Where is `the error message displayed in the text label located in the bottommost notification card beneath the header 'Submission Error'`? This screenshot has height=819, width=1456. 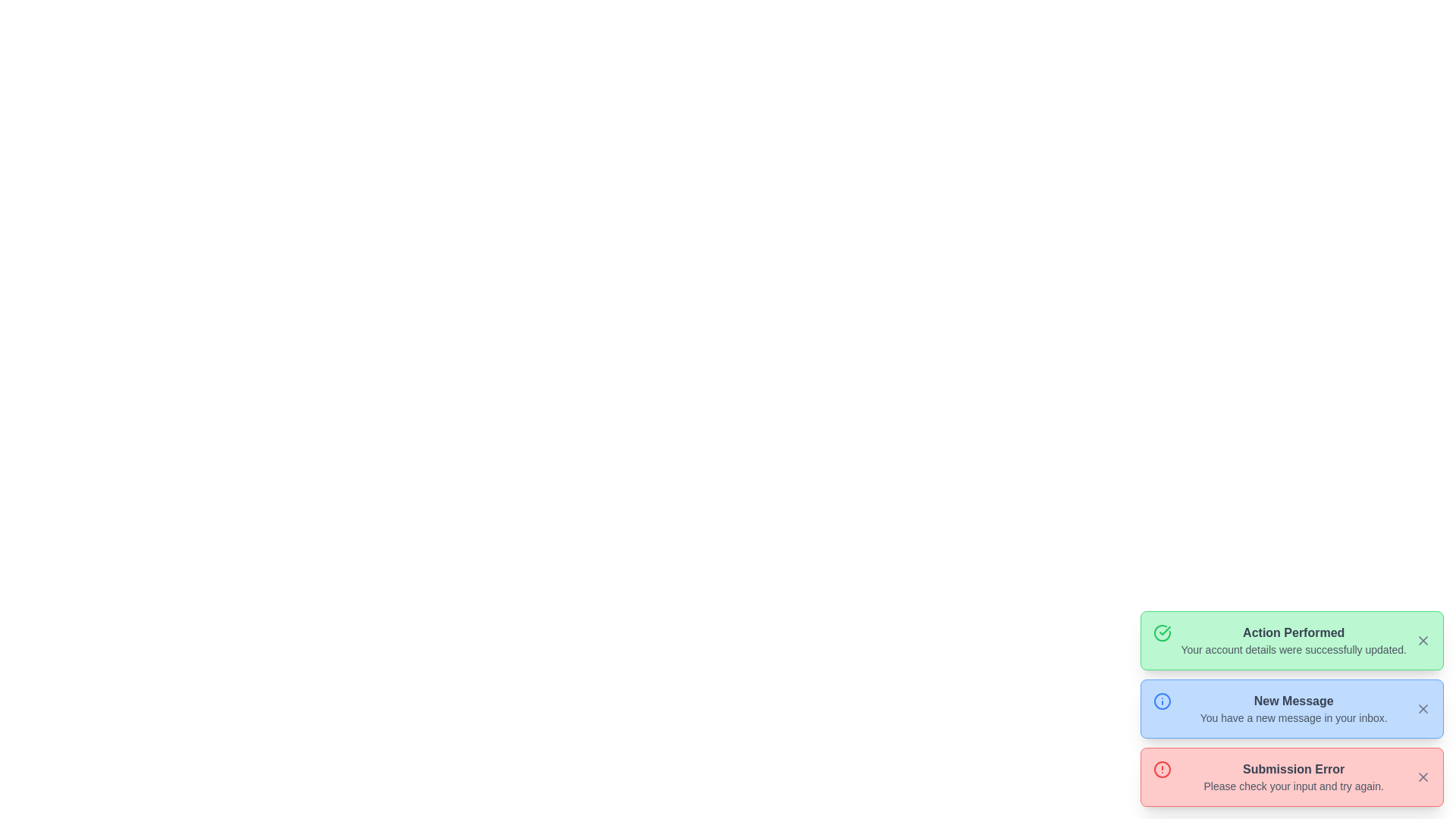
the error message displayed in the text label located in the bottommost notification card beneath the header 'Submission Error' is located at coordinates (1293, 786).